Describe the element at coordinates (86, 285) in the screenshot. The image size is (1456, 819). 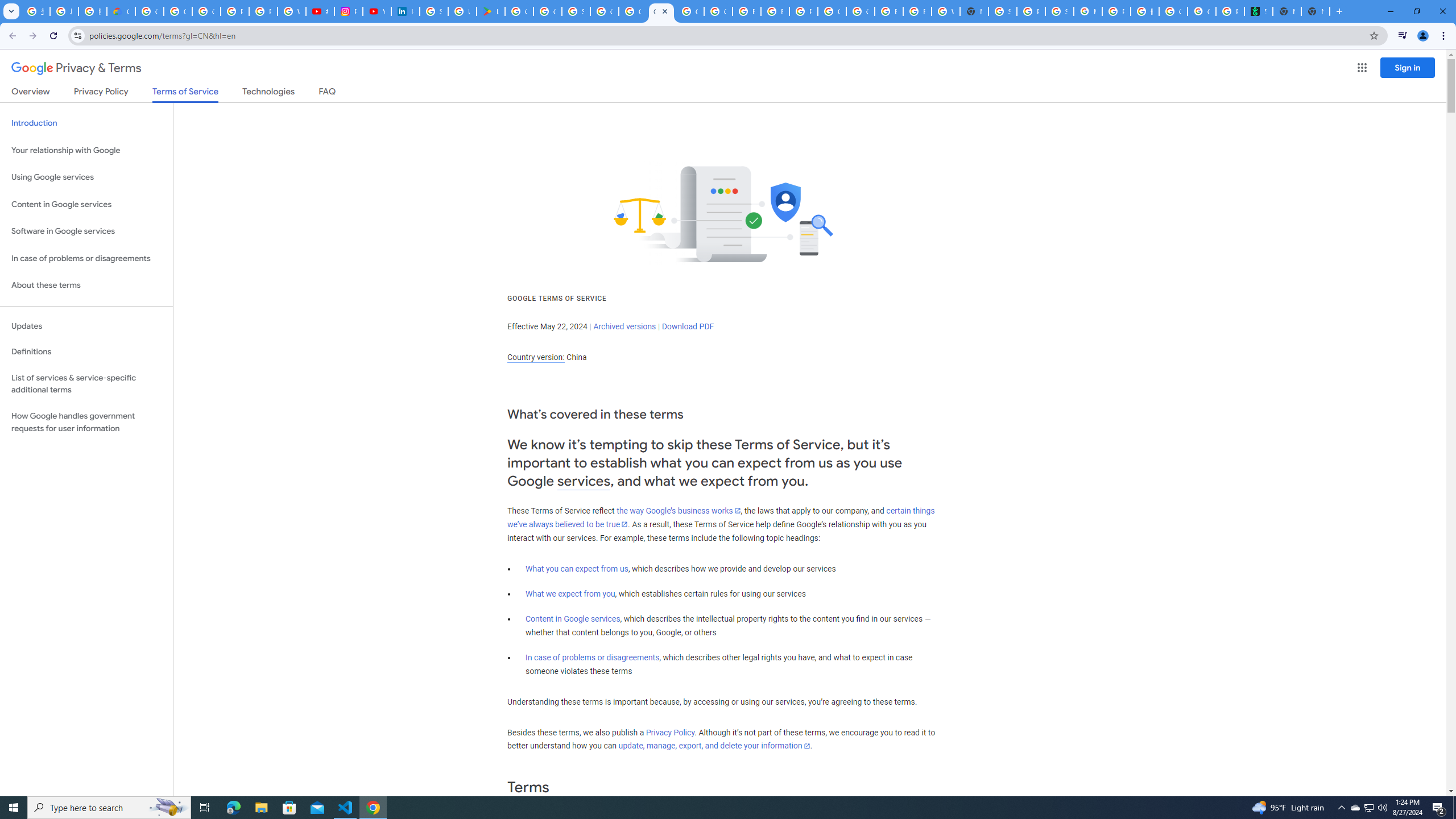
I see `'About these terms'` at that location.